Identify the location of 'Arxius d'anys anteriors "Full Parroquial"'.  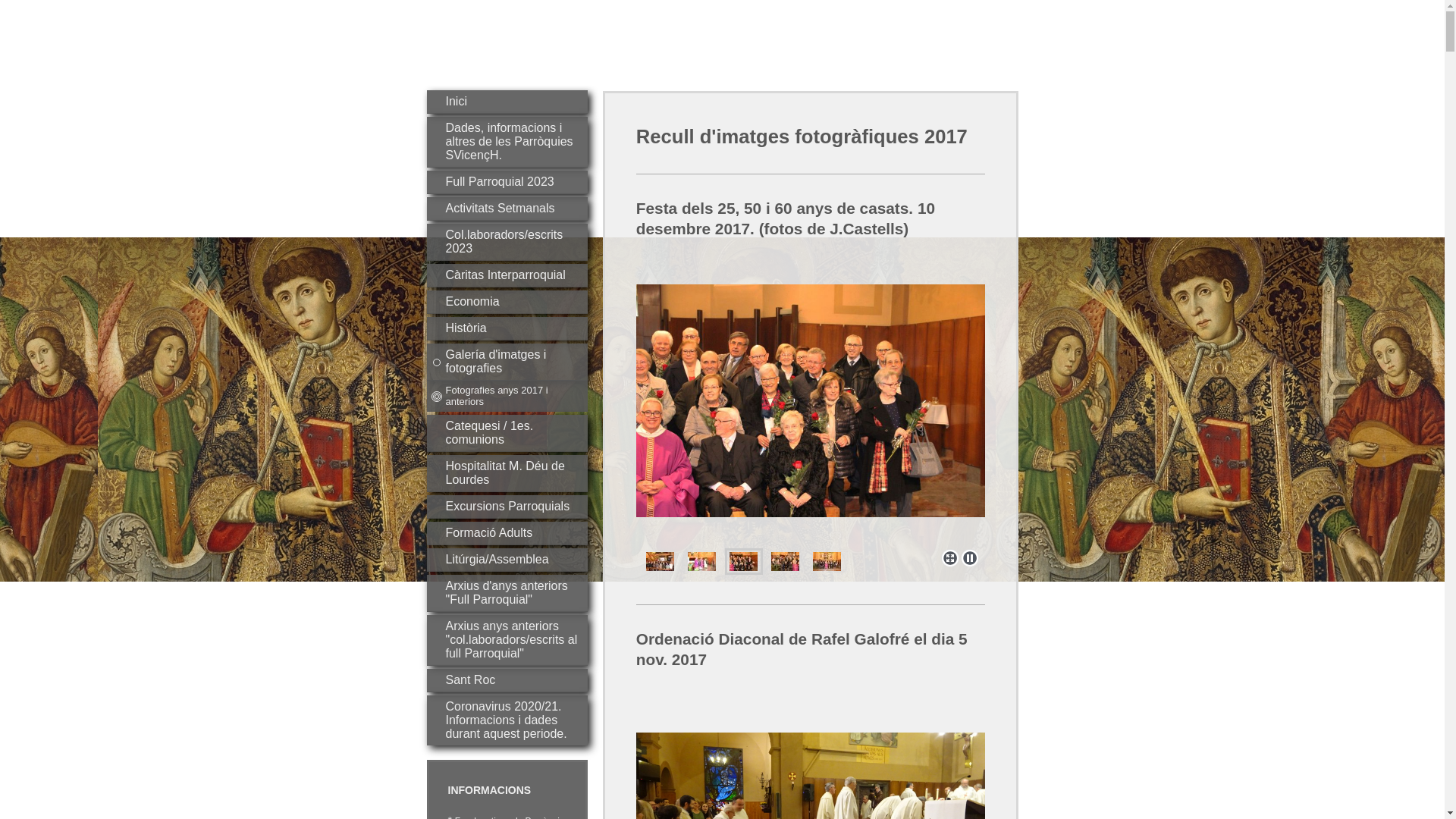
(506, 592).